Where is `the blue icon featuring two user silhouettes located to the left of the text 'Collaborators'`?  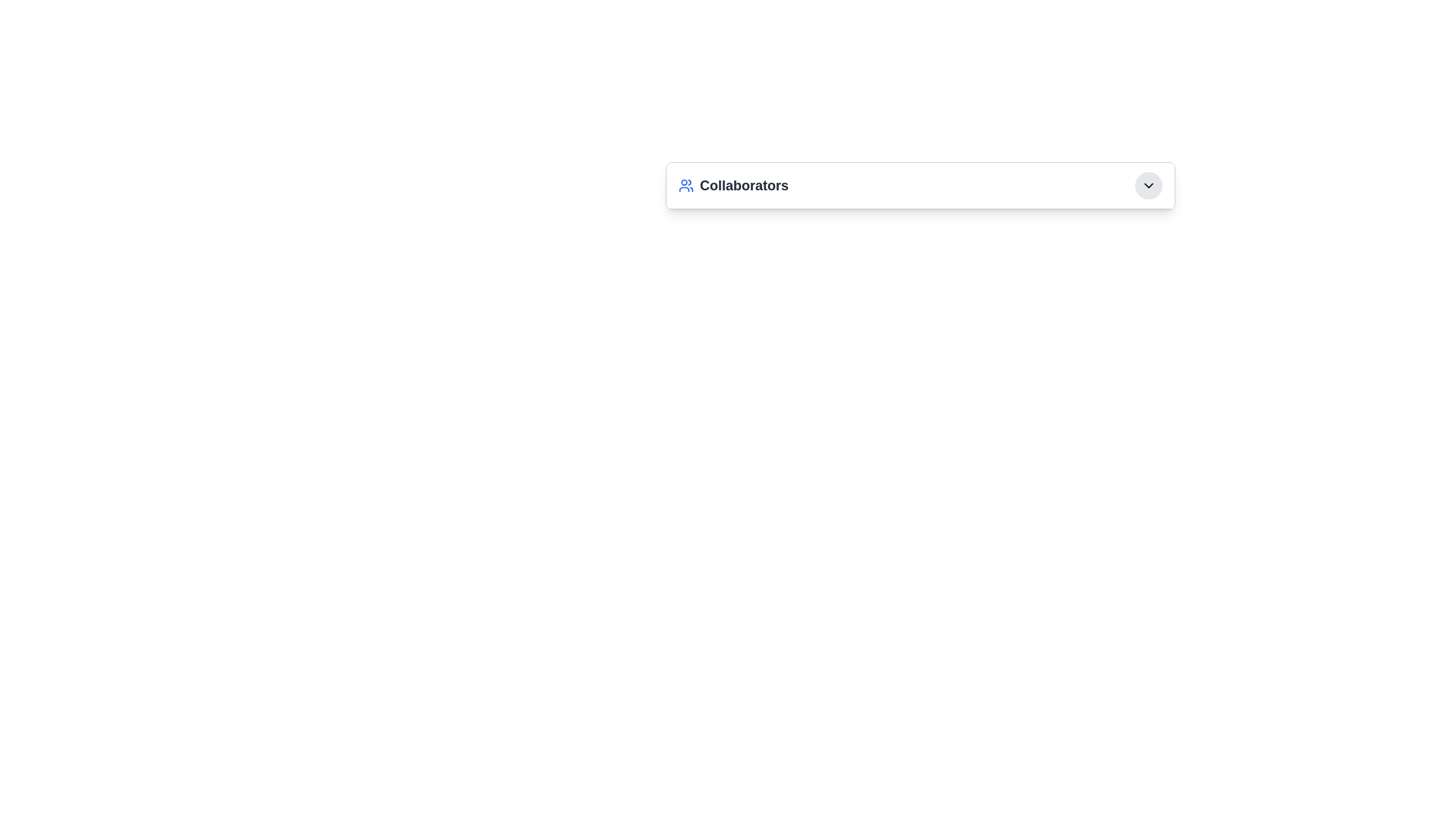
the blue icon featuring two user silhouettes located to the left of the text 'Collaborators' is located at coordinates (686, 185).